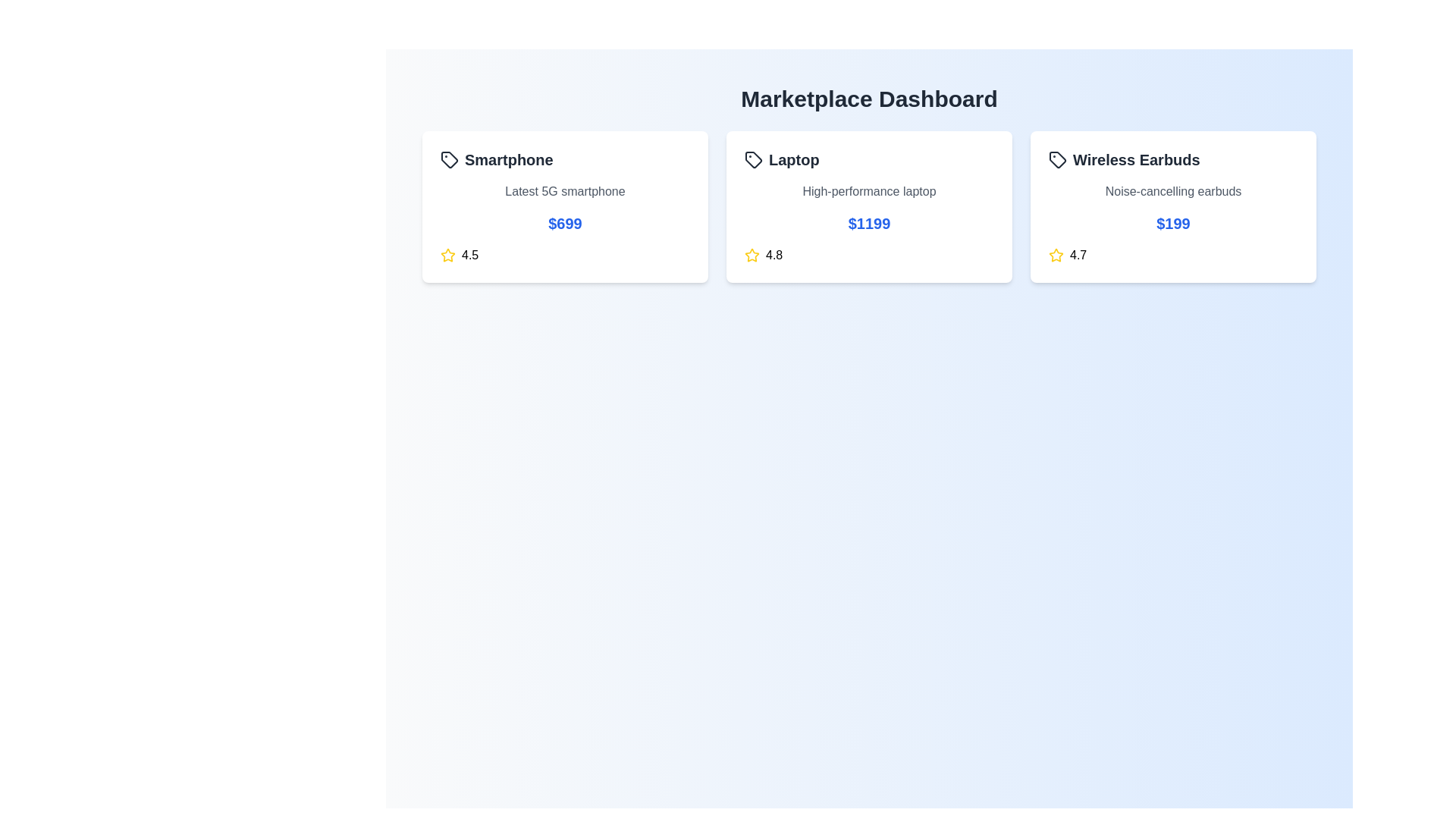 The image size is (1456, 819). What do you see at coordinates (1055, 254) in the screenshot?
I see `the star icon representing the user rating for the 'Wireless Earbuds' product, which is located slightly to the left of the numerical rating '4.7' in the last card of the grid` at bounding box center [1055, 254].